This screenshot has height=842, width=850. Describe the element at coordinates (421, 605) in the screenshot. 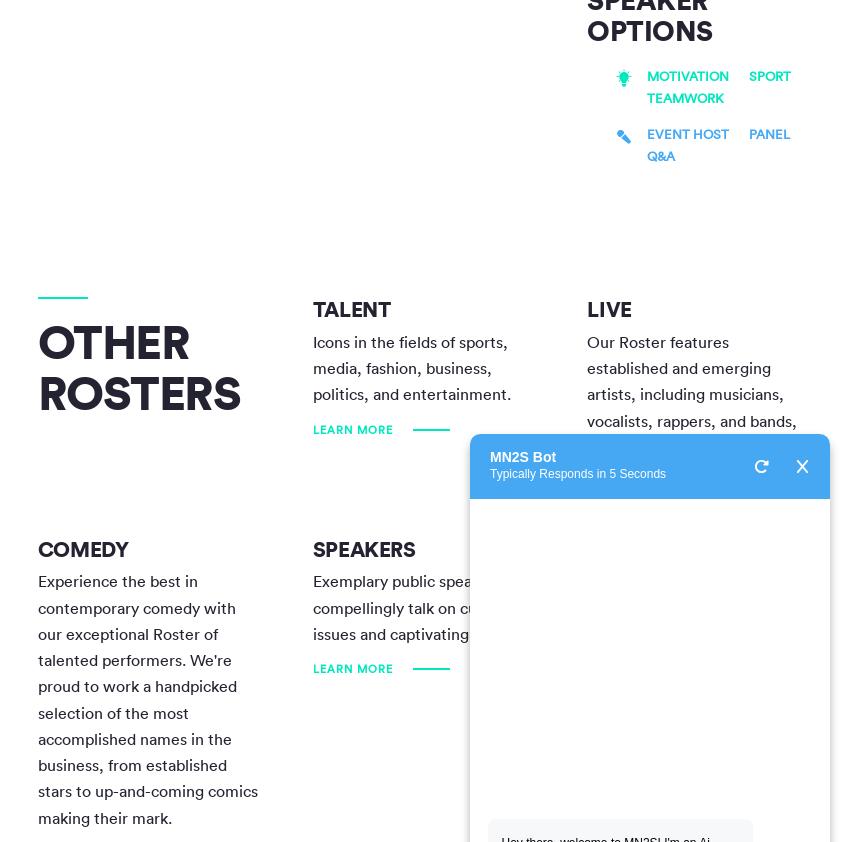

I see `'Exemplary public speakers can compellingly talk on current issues and captivating topics.'` at that location.